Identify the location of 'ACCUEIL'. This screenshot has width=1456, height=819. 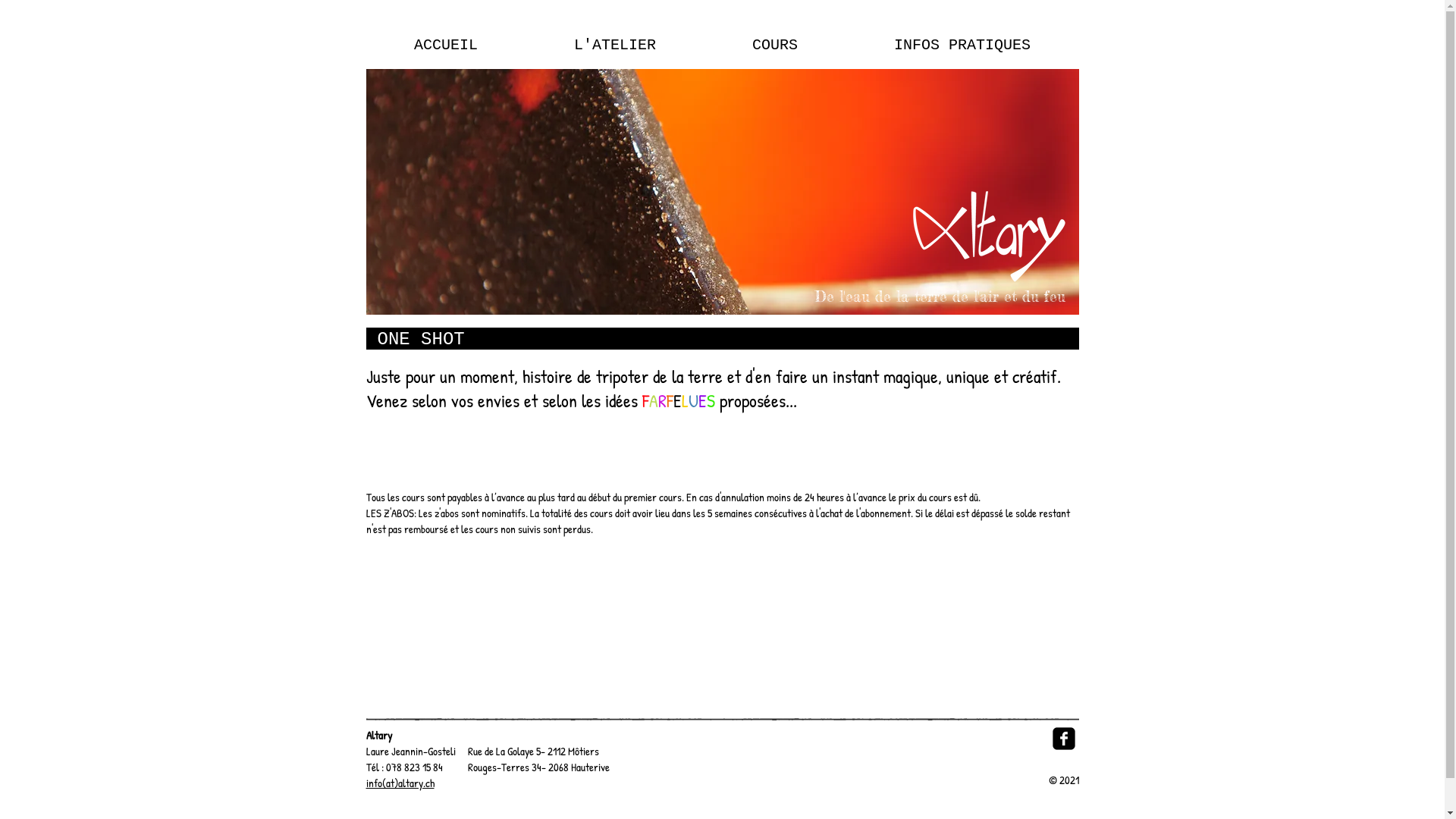
(444, 45).